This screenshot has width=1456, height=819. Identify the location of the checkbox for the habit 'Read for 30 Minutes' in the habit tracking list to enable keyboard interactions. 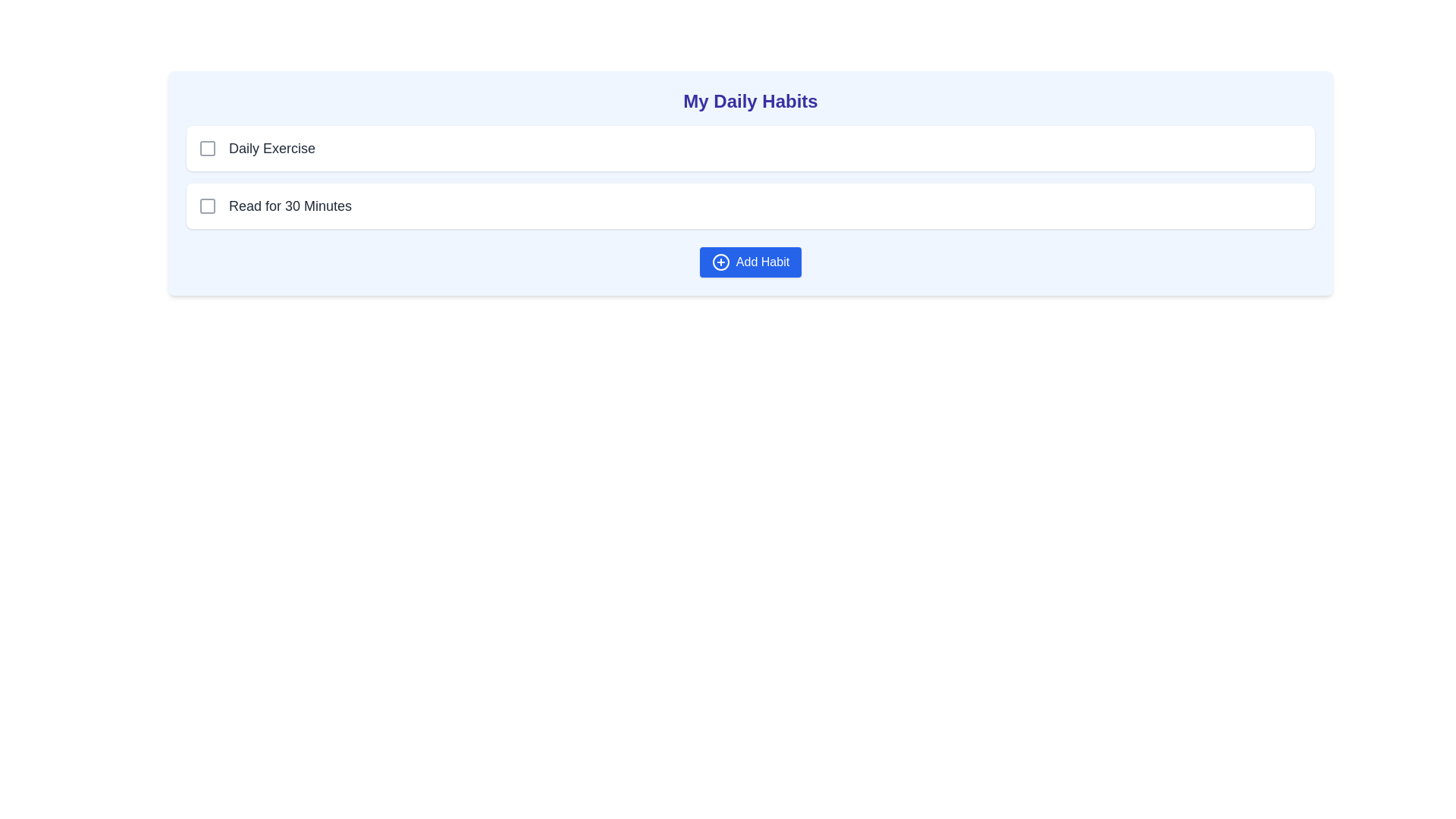
(750, 206).